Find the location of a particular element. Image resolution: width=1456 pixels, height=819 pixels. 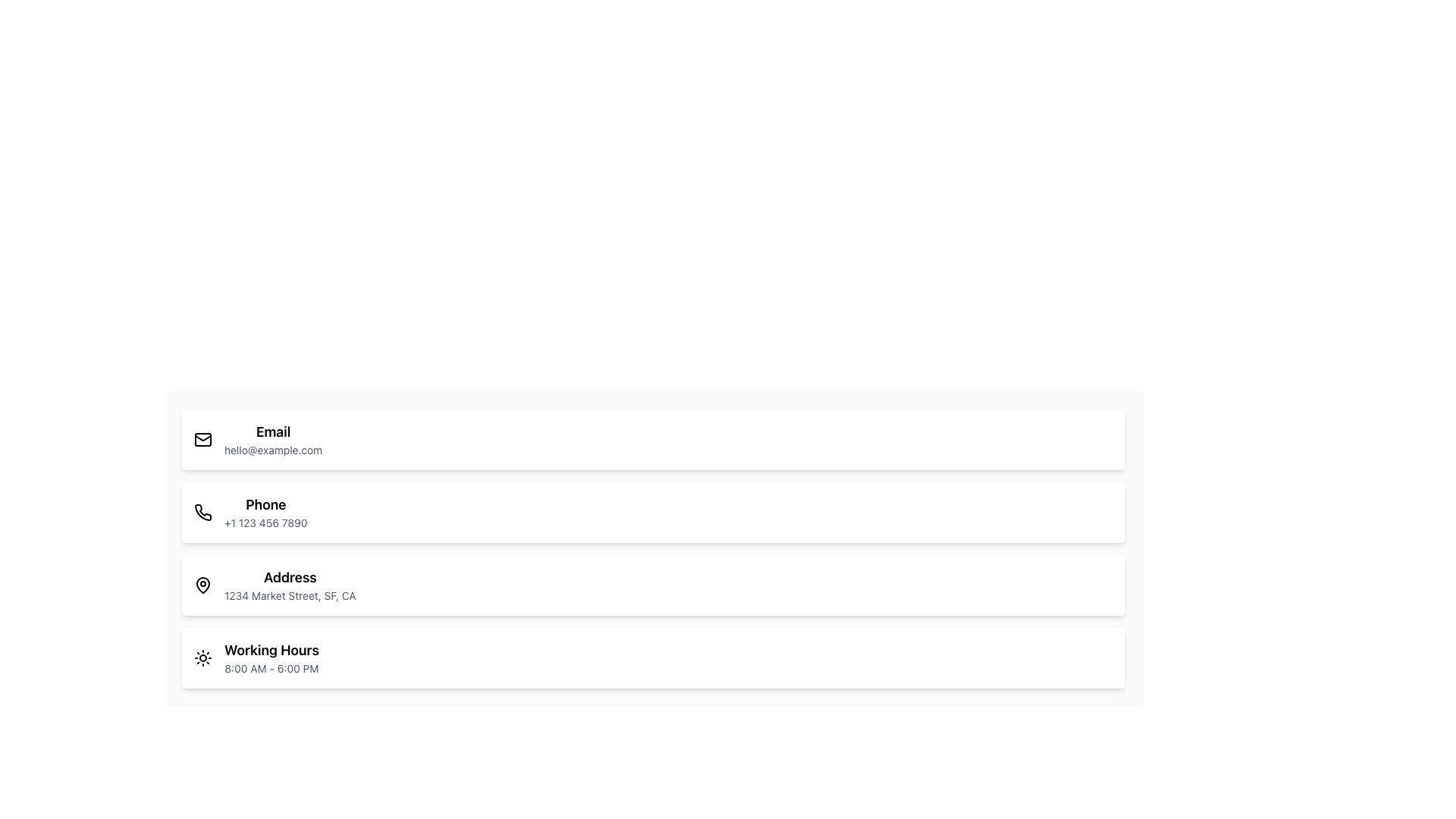

the text label indicating the time range, which is positioned above '8:00 AM - 6:00 PM' in the bottom section of the vertical list of informational blocks is located at coordinates (271, 649).